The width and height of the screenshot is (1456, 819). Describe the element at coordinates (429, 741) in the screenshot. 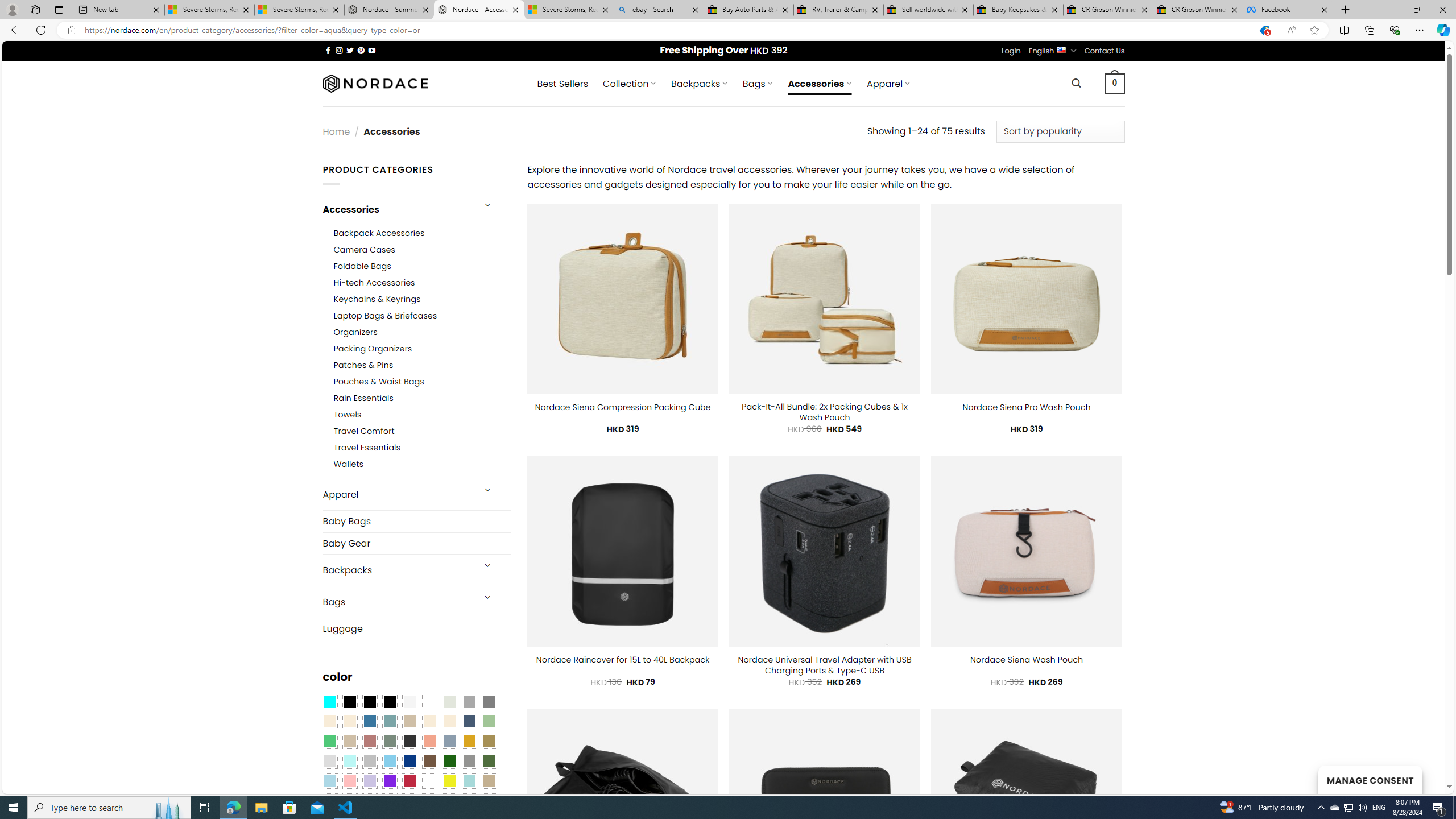

I see `'Coral'` at that location.